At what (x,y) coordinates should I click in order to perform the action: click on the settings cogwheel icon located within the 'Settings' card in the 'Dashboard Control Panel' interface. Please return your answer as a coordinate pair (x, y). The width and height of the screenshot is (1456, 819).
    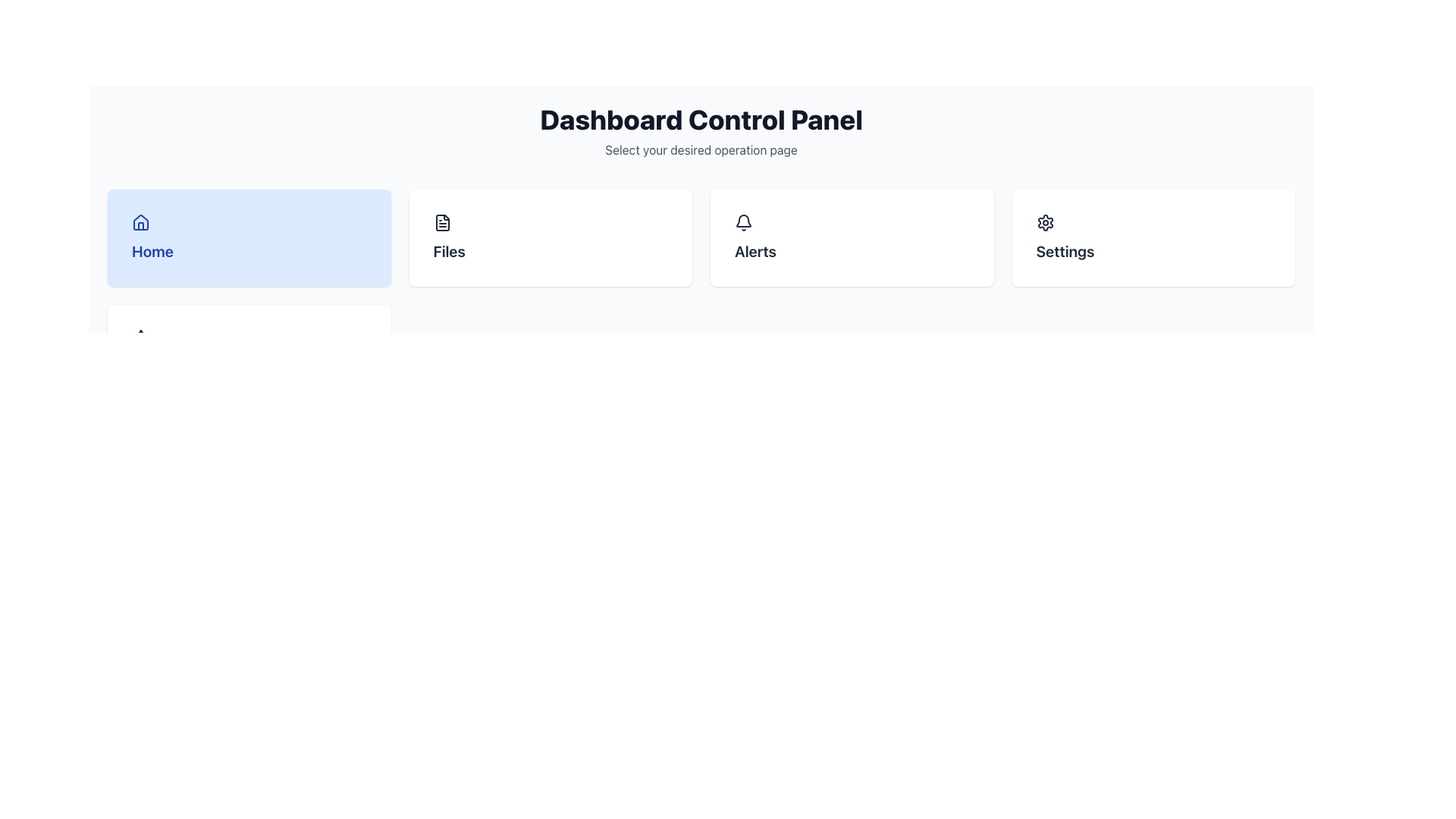
    Looking at the image, I should click on (1044, 222).